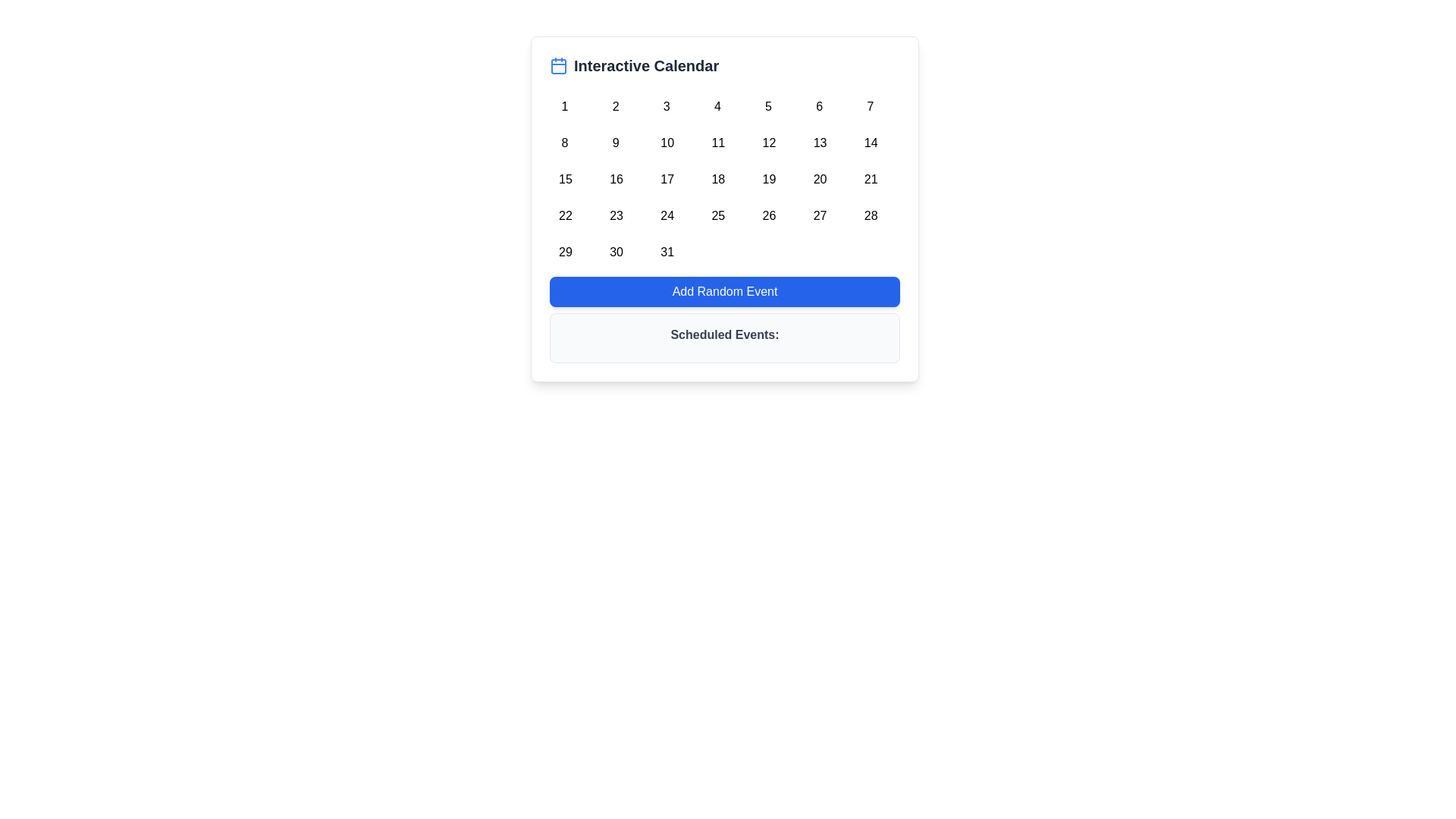 The height and width of the screenshot is (819, 1456). Describe the element at coordinates (563, 248) in the screenshot. I see `the button displaying the number '29' in bold typography` at that location.